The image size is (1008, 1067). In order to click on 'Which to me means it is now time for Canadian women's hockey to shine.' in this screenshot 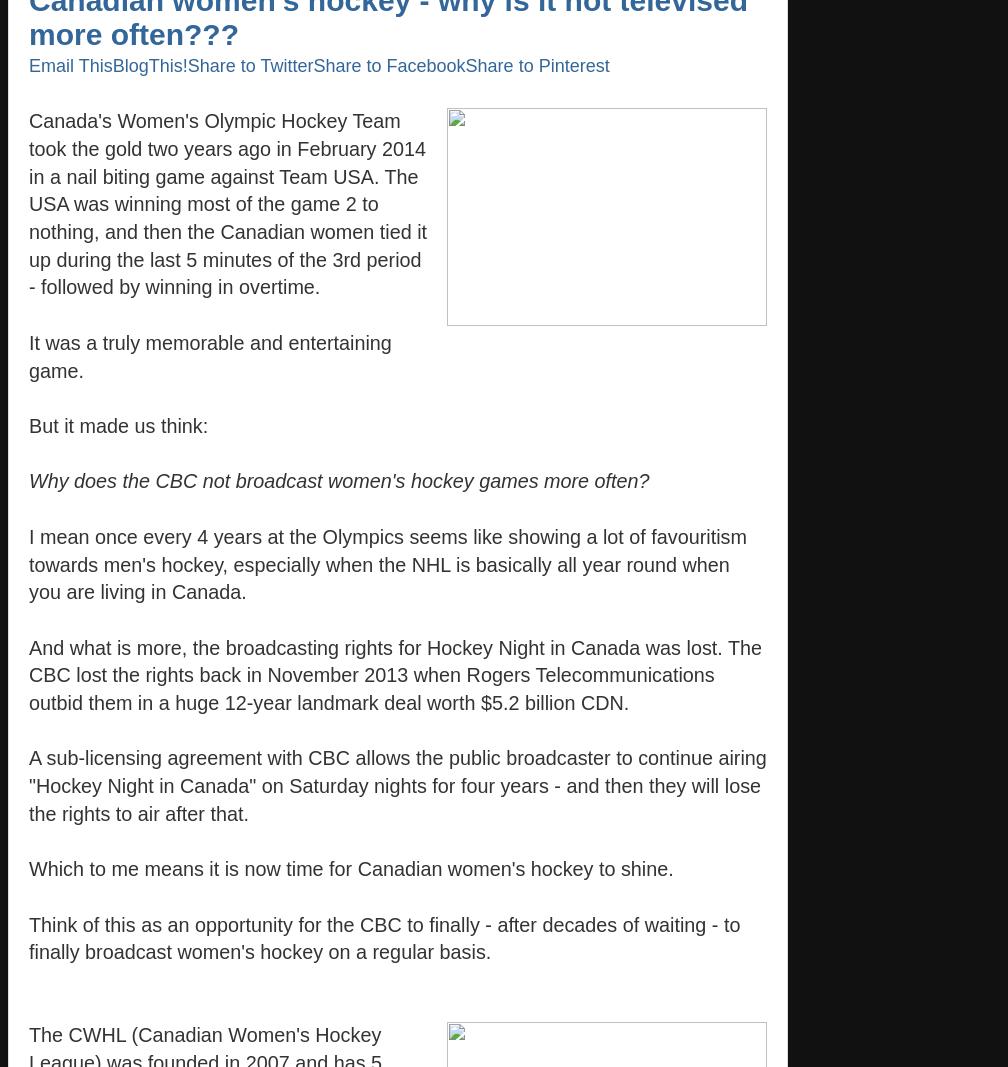, I will do `click(350, 867)`.